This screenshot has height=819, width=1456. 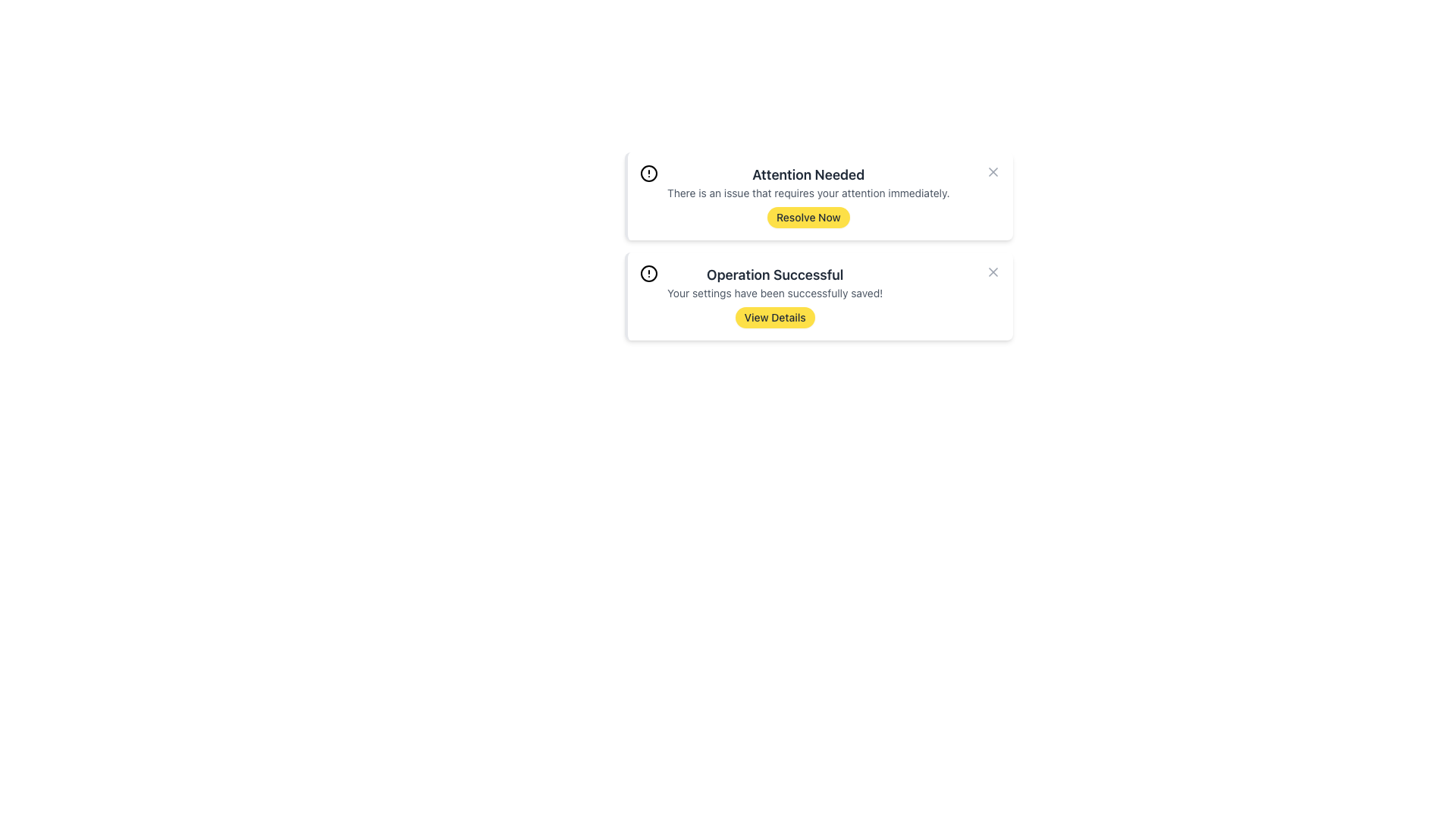 What do you see at coordinates (808, 192) in the screenshot?
I see `the Text Display element that states 'There is an issue that requires your attention immediately.'` at bounding box center [808, 192].